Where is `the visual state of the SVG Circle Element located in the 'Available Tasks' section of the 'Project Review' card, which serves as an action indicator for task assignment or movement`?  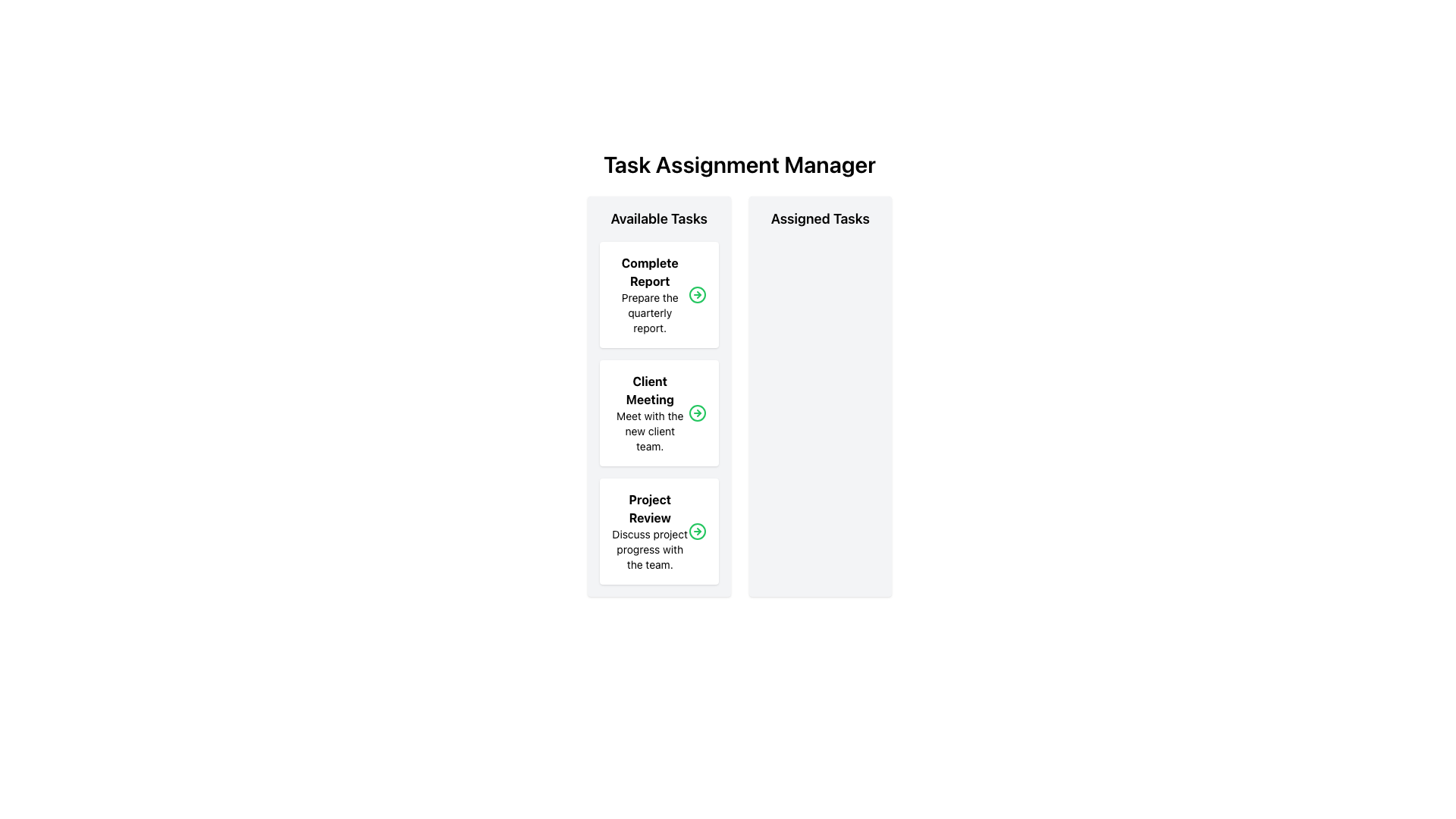 the visual state of the SVG Circle Element located in the 'Available Tasks' section of the 'Project Review' card, which serves as an action indicator for task assignment or movement is located at coordinates (696, 531).